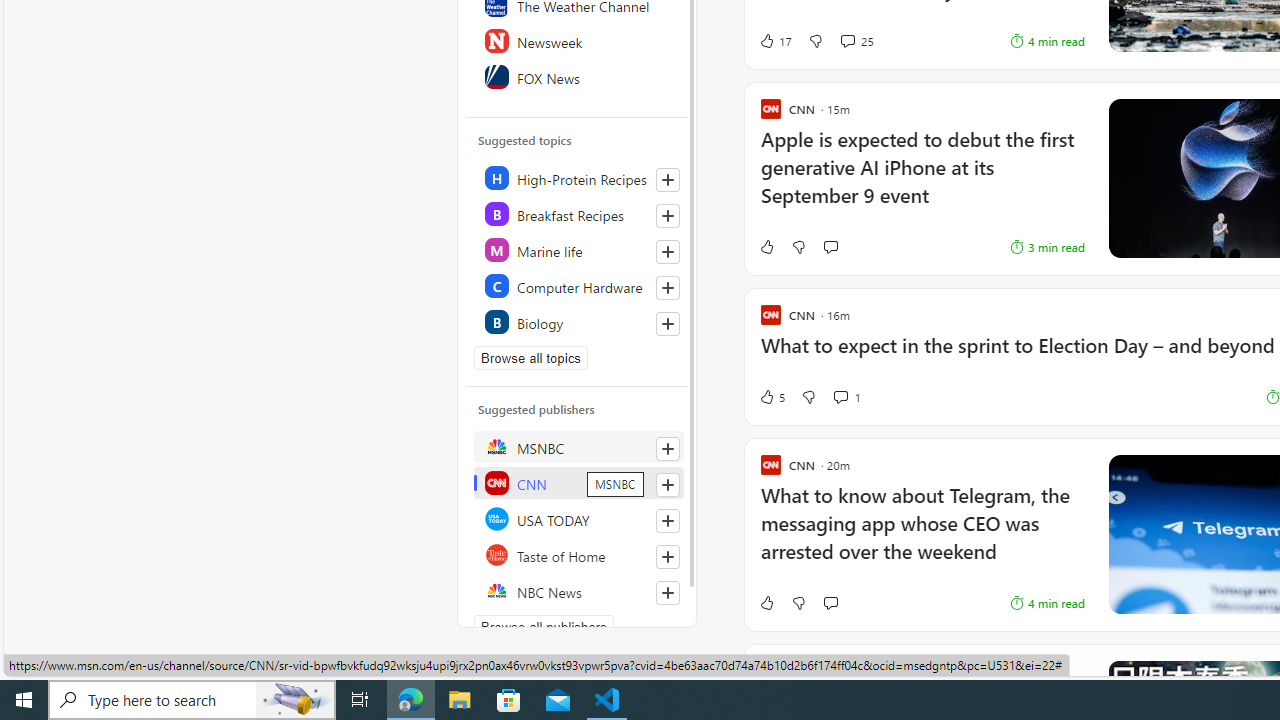 The image size is (1280, 720). Describe the element at coordinates (667, 323) in the screenshot. I see `'Follow this topic'` at that location.